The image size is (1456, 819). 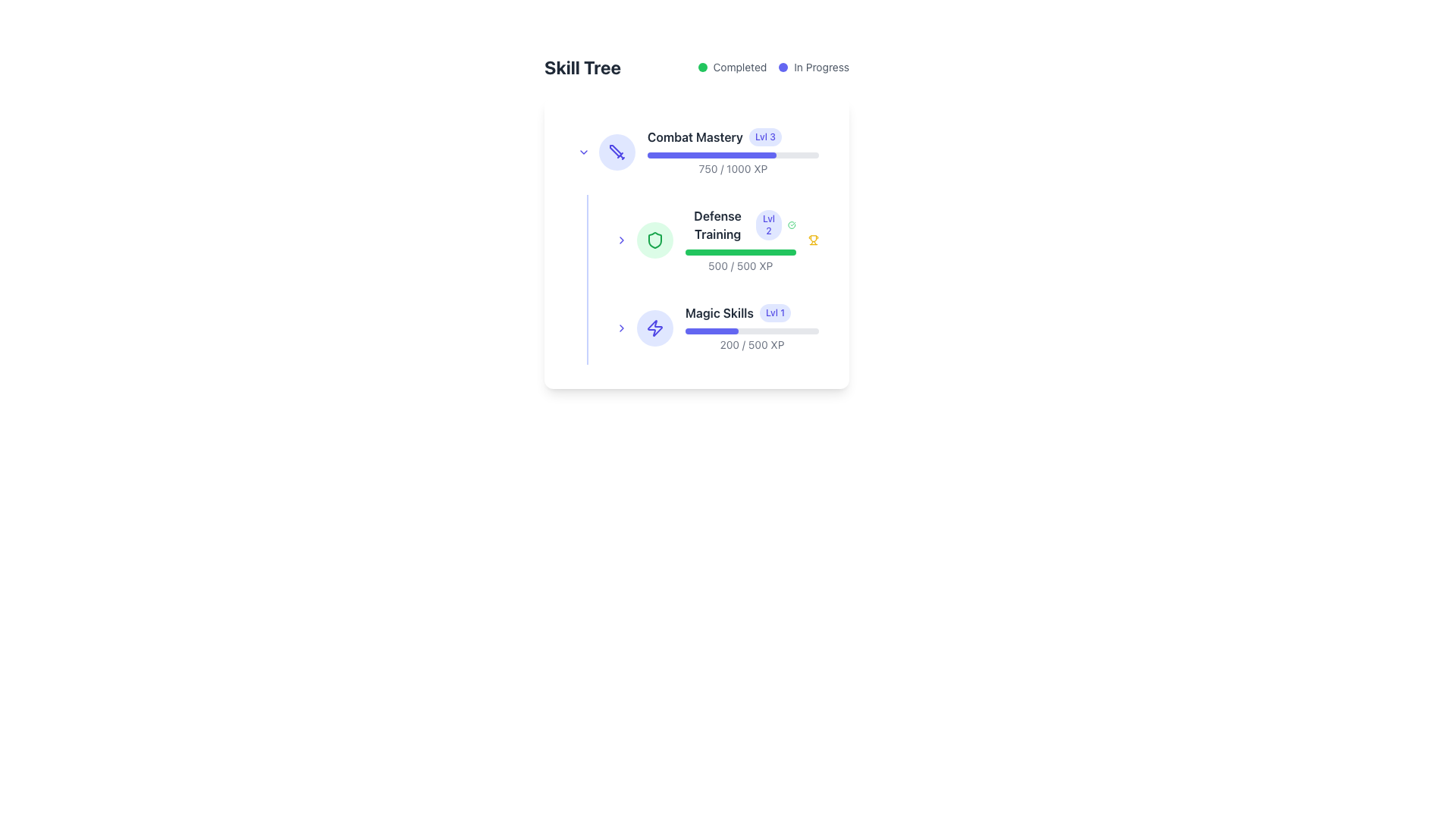 What do you see at coordinates (812, 239) in the screenshot?
I see `the trophy icon representing achievement in the 'Defense Training' skill, located near the right edge of the 'Defense Training' card` at bounding box center [812, 239].